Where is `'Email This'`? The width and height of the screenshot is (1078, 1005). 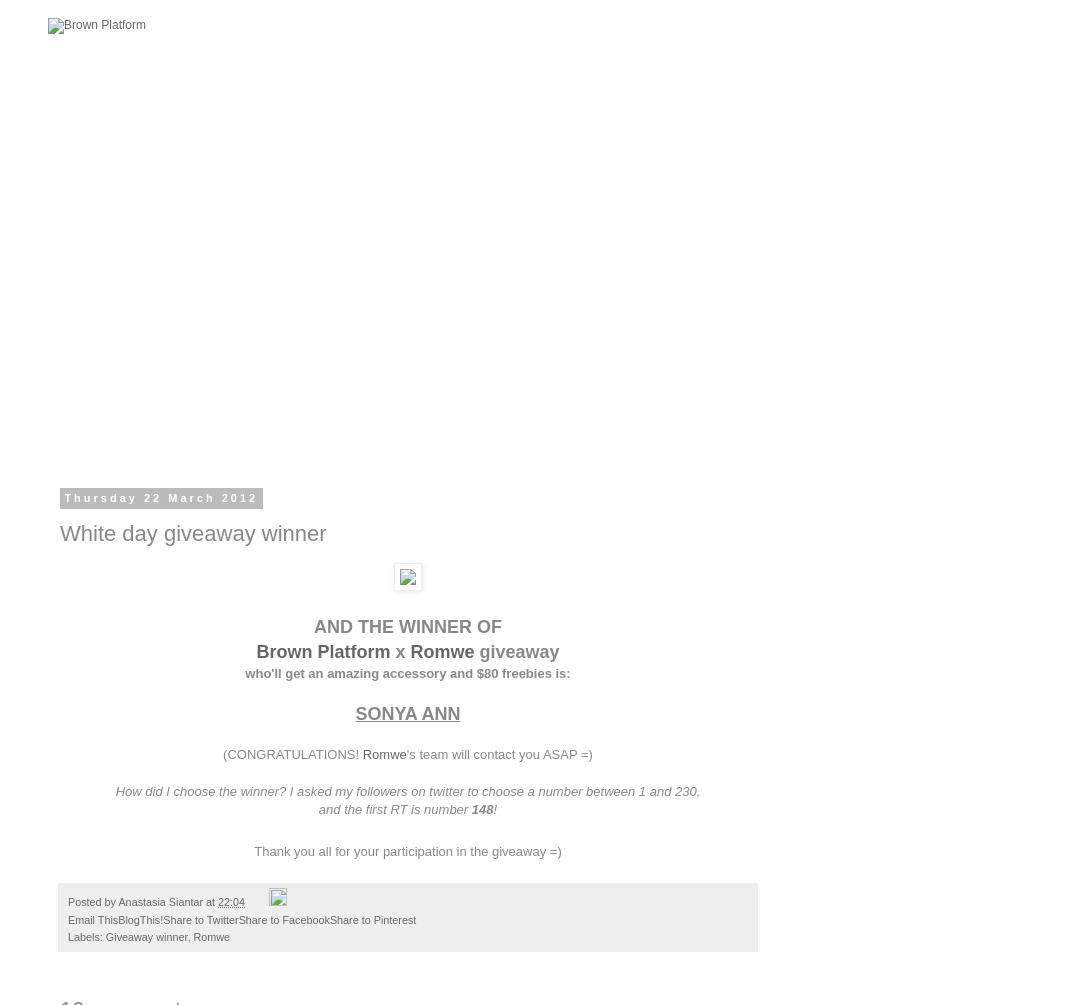
'Email This' is located at coordinates (92, 917).